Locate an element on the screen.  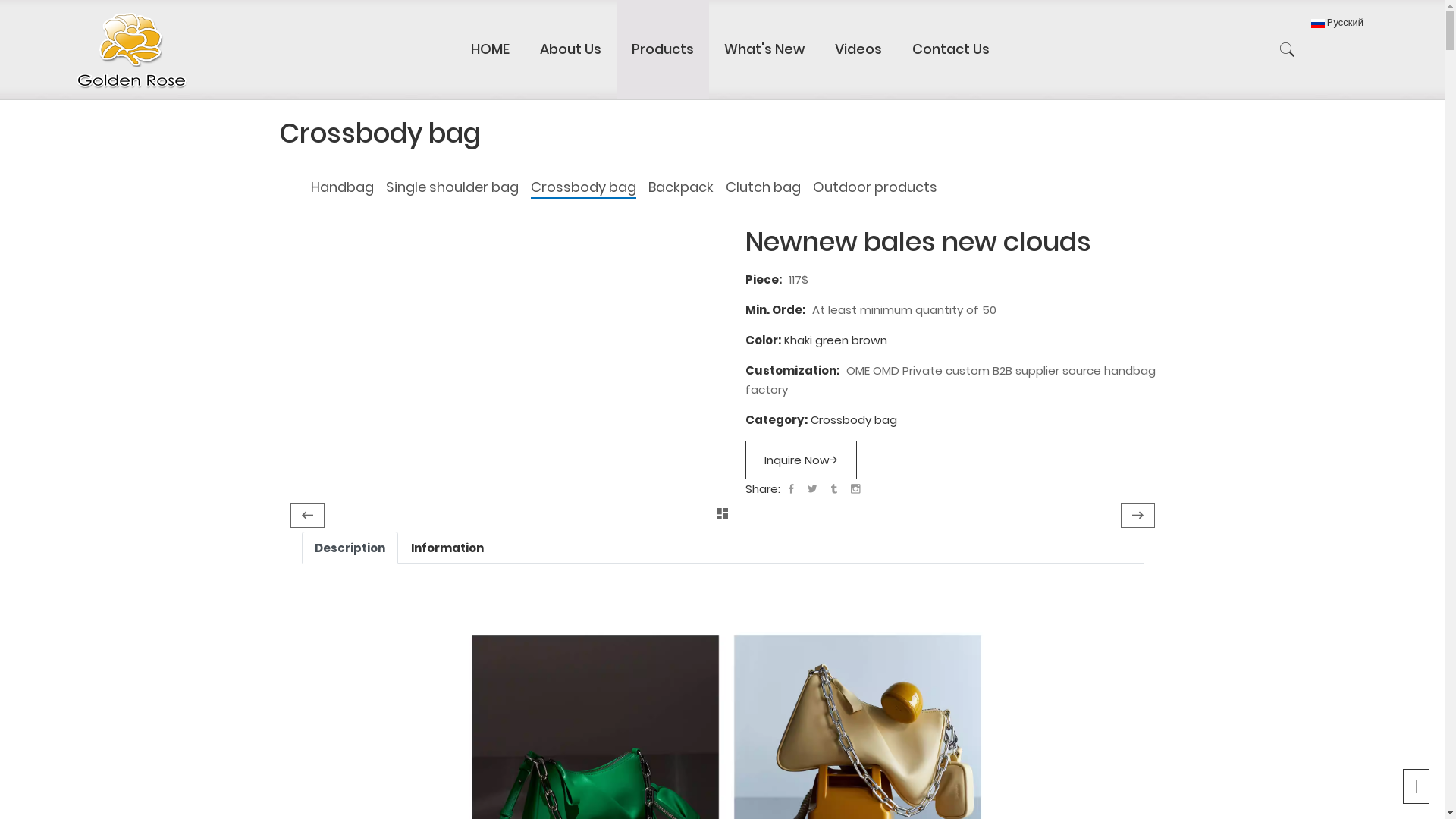
'Single shoulder bag' is located at coordinates (450, 186).